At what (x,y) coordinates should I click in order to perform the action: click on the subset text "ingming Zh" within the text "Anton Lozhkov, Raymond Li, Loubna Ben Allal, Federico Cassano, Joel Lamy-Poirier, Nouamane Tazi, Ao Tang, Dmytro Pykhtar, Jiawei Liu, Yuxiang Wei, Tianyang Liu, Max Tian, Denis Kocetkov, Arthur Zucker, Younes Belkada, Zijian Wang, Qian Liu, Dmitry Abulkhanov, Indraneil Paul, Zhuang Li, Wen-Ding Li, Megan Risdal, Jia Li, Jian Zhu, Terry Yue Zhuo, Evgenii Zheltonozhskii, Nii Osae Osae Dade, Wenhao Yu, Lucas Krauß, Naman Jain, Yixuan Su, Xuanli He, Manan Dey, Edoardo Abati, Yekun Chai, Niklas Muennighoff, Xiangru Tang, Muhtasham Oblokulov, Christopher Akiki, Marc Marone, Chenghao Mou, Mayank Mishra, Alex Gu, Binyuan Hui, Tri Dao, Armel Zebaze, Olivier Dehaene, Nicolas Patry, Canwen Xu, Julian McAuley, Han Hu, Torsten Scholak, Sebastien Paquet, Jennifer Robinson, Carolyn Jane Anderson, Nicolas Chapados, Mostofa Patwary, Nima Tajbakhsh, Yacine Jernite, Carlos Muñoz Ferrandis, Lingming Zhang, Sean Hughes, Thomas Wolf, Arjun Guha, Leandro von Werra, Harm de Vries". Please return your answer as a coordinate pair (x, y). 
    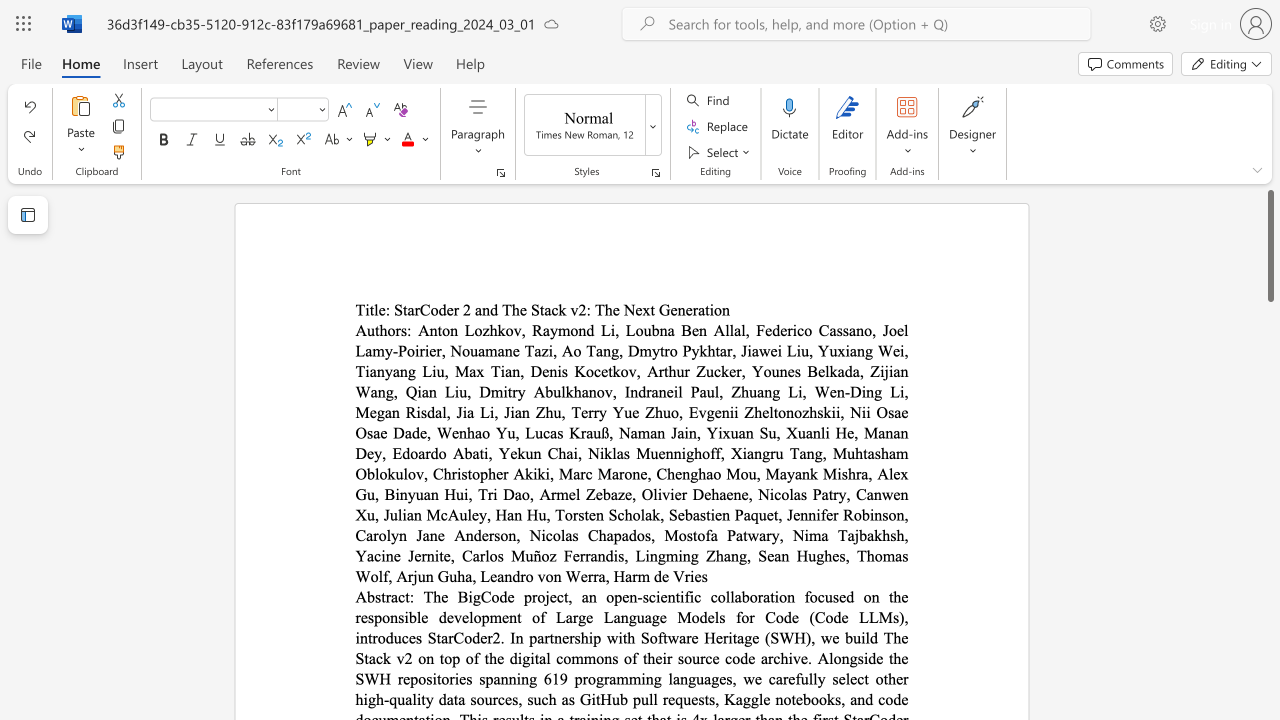
    Looking at the image, I should click on (645, 556).